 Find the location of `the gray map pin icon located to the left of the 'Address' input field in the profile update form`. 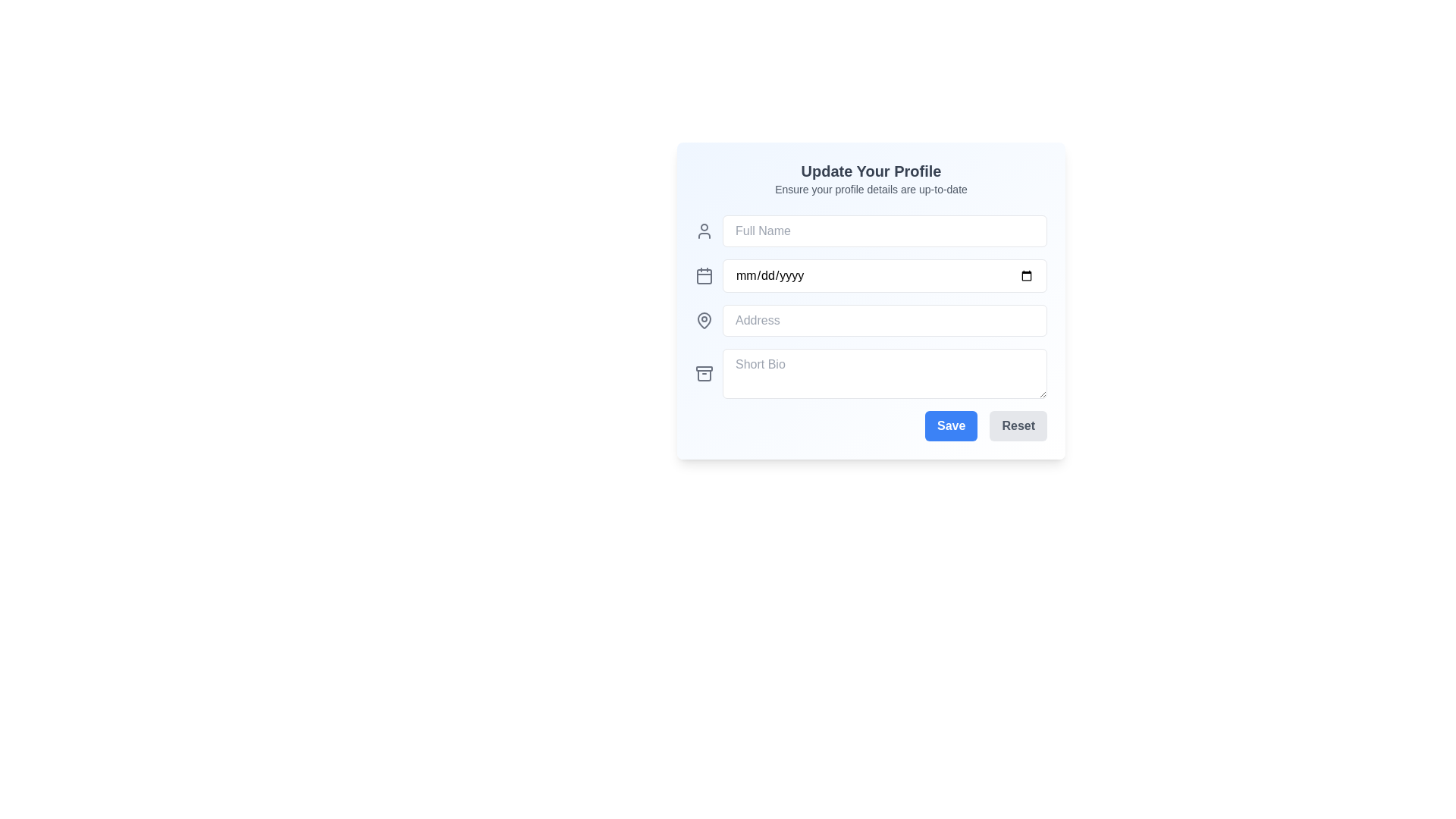

the gray map pin icon located to the left of the 'Address' input field in the profile update form is located at coordinates (704, 320).